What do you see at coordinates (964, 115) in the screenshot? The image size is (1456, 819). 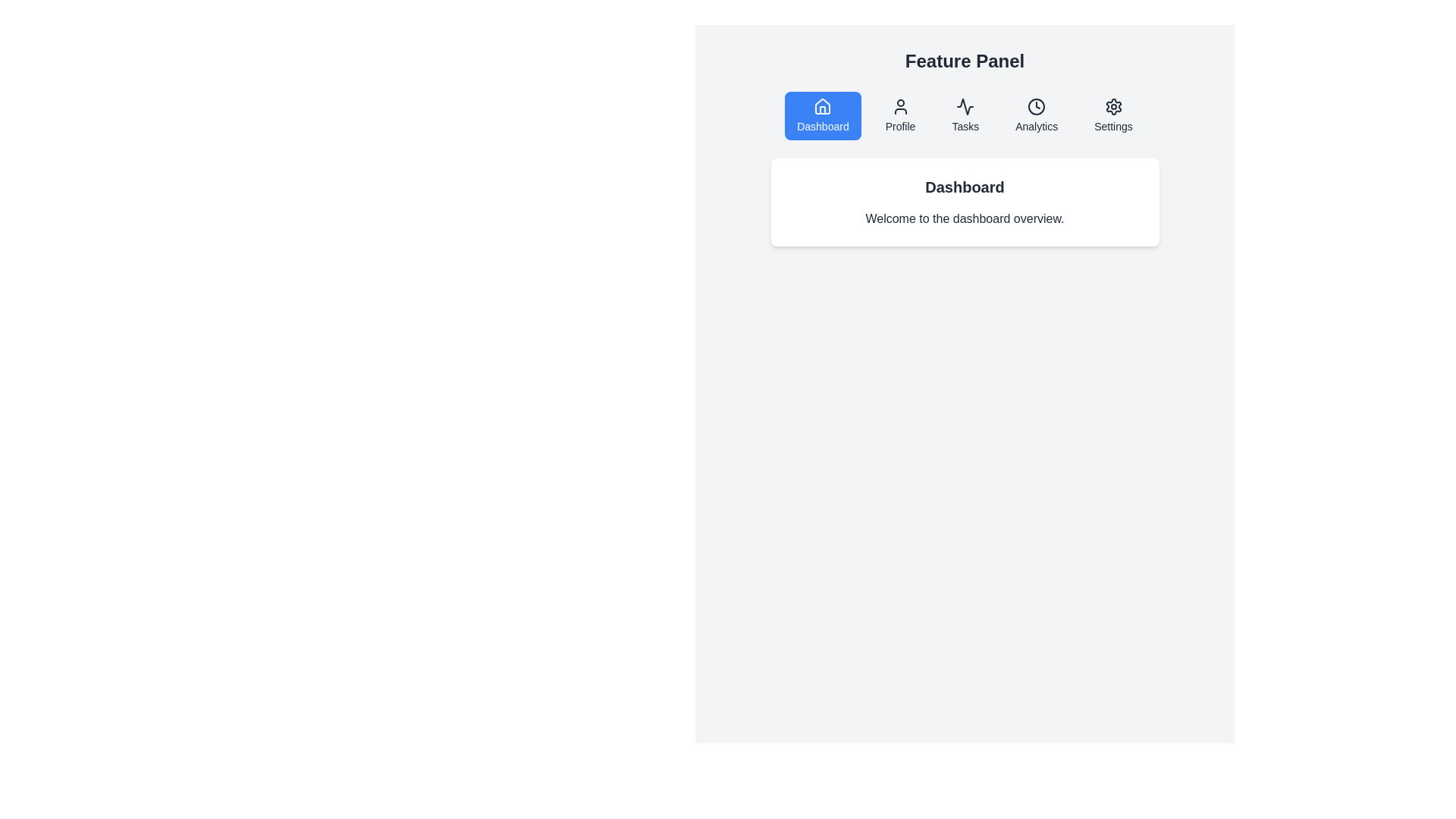 I see `the third menu item in the Navigation menu, located centrally under the 'Feature Panel' heading, to trigger interaction feedback` at bounding box center [964, 115].